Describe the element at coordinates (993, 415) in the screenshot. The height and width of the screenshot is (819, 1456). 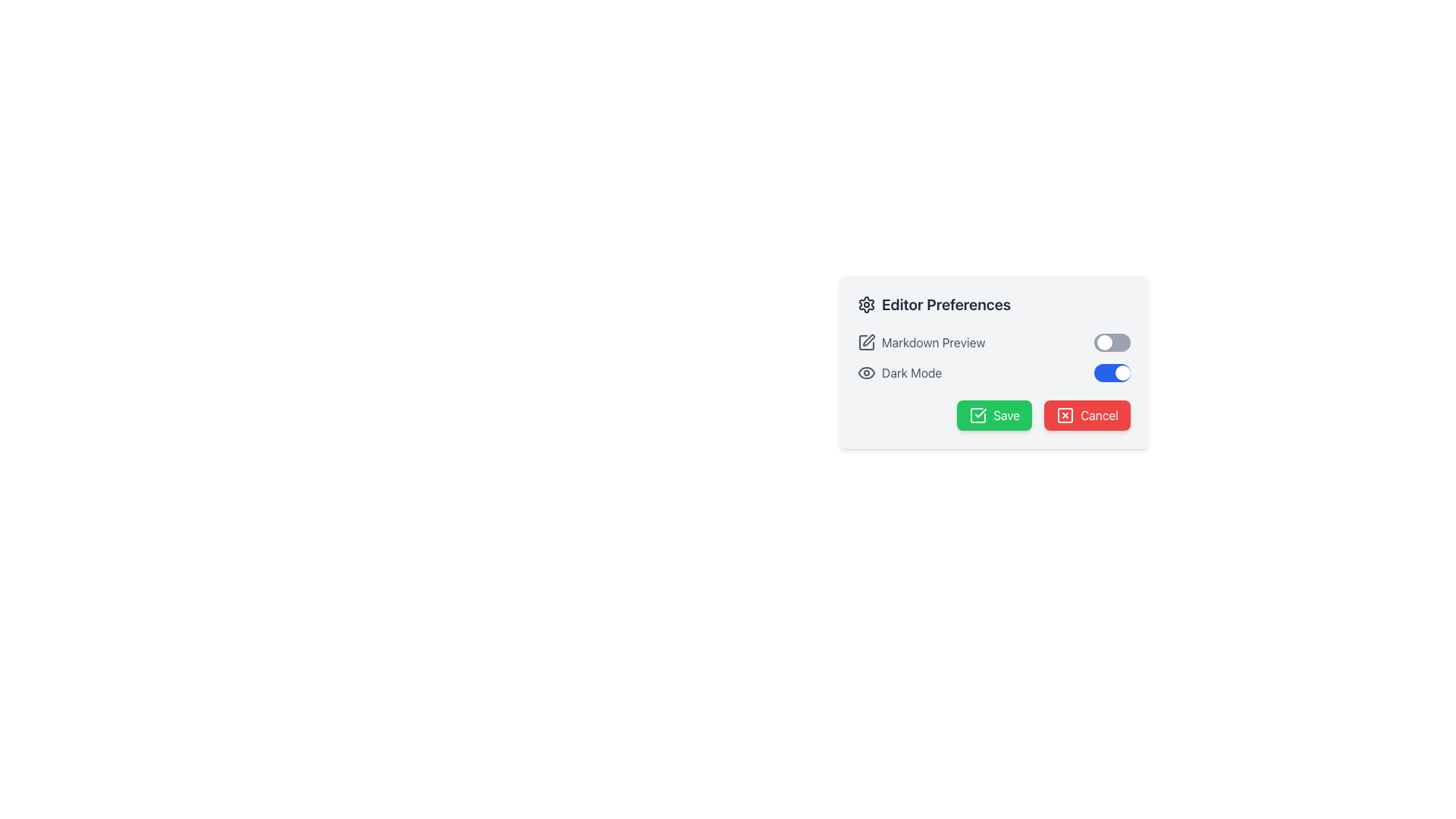
I see `the 'Save' button, which is a green rectangular button with a check icon, located at the bottom of the 'Editor Preferences' panel` at that location.